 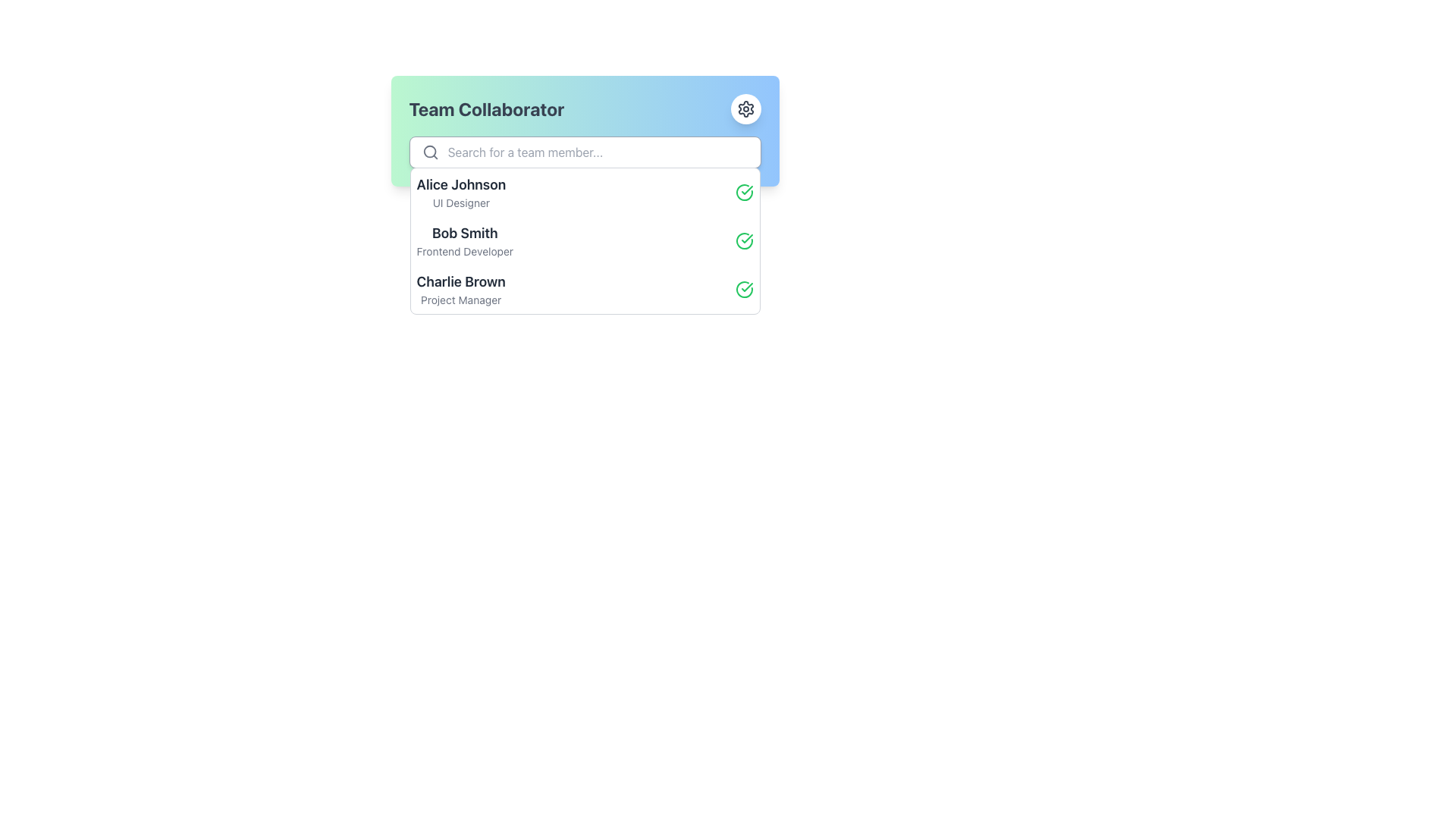 What do you see at coordinates (464, 234) in the screenshot?
I see `the name displayed in the text label` at bounding box center [464, 234].